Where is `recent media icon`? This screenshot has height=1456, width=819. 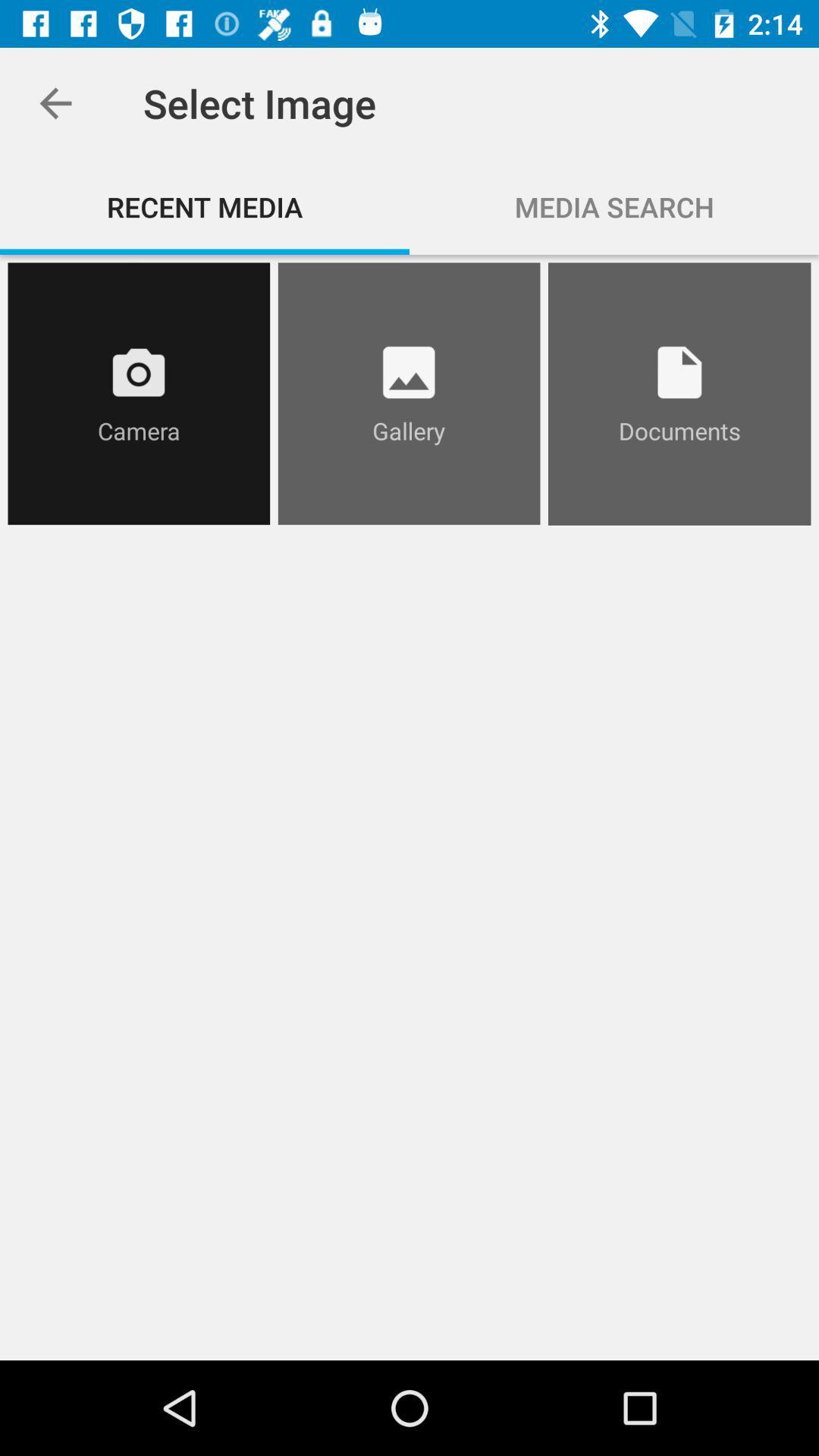 recent media icon is located at coordinates (205, 206).